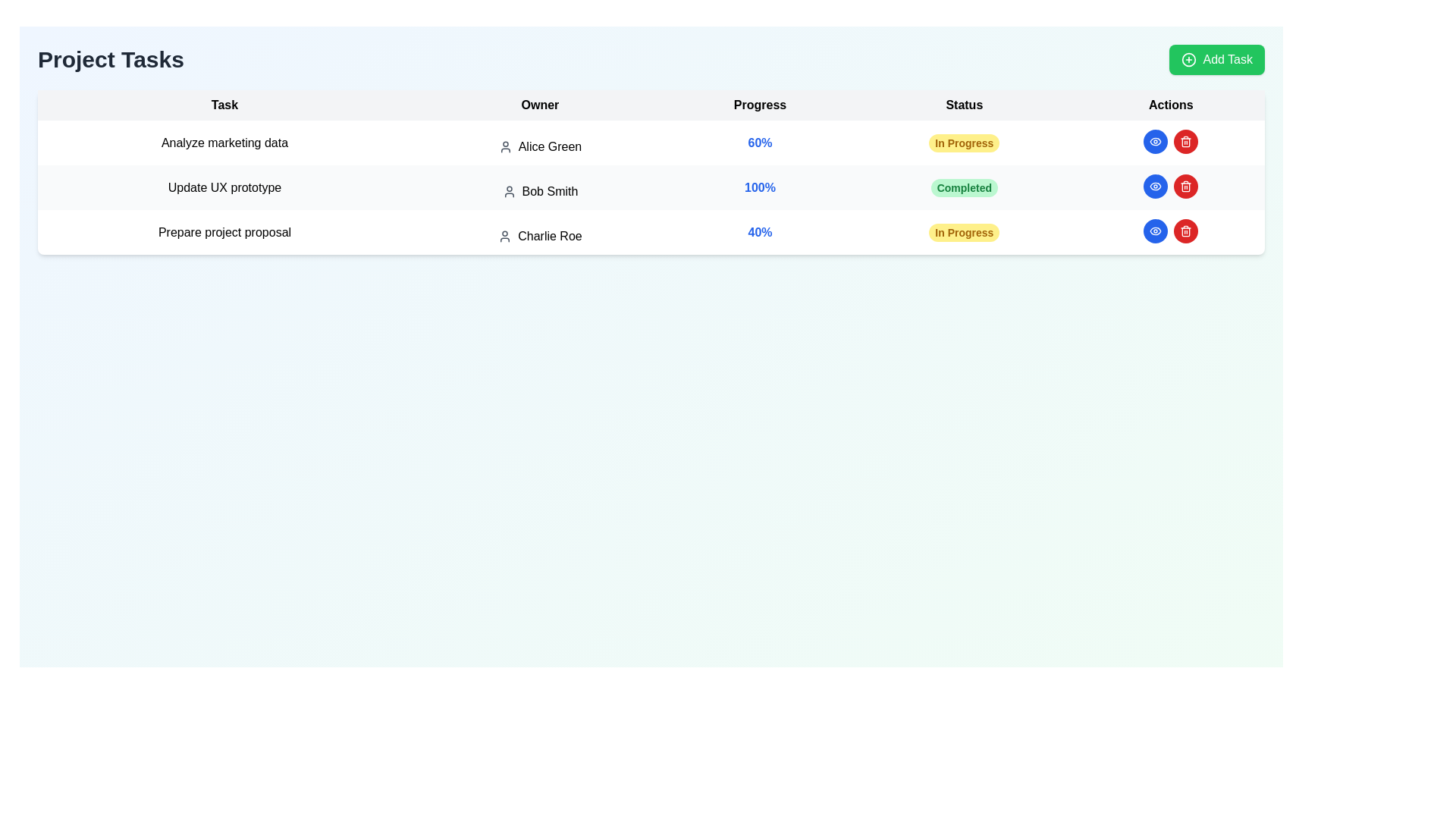  I want to click on the user icon located in the 'Owner' column of the first row, which is visually represented next to the text 'Alice Green', so click(505, 146).